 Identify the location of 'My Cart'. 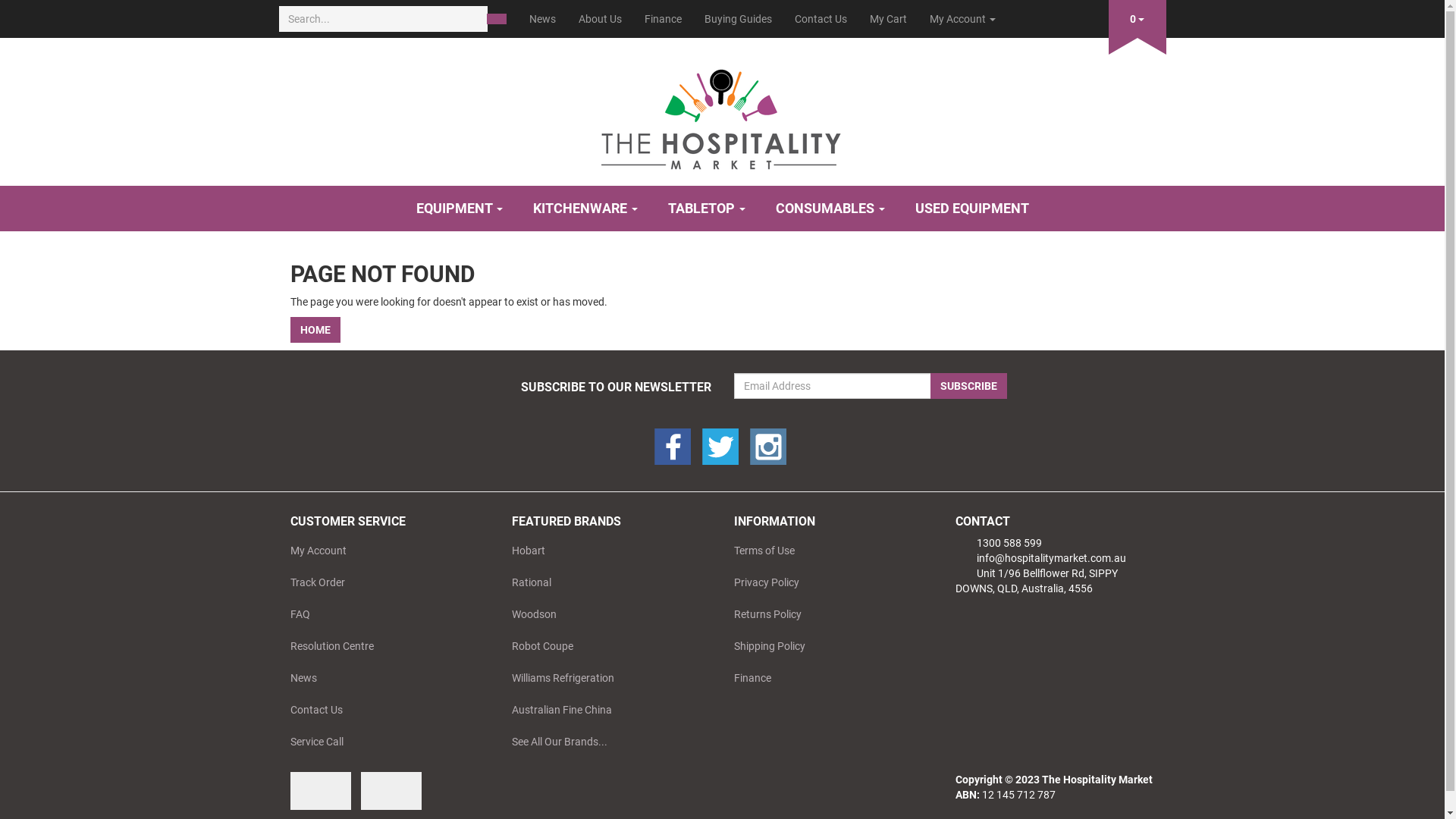
(888, 18).